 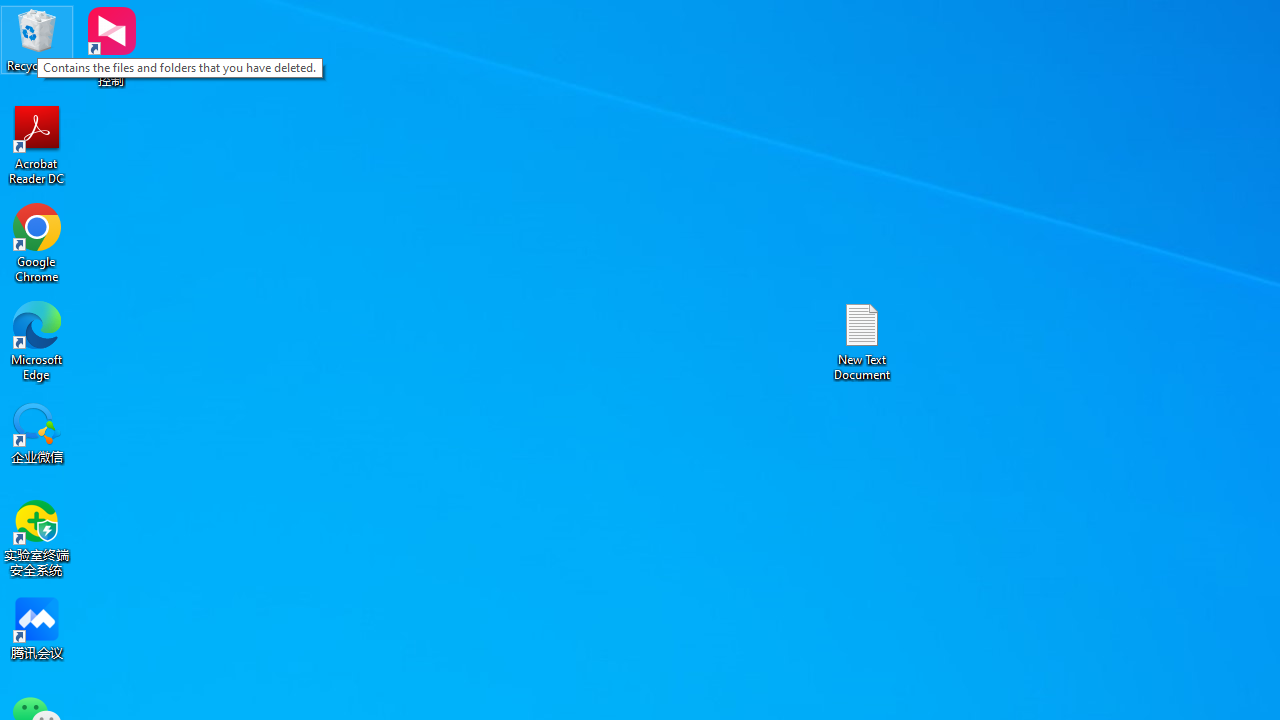 What do you see at coordinates (37, 144) in the screenshot?
I see `'Acrobat Reader DC'` at bounding box center [37, 144].